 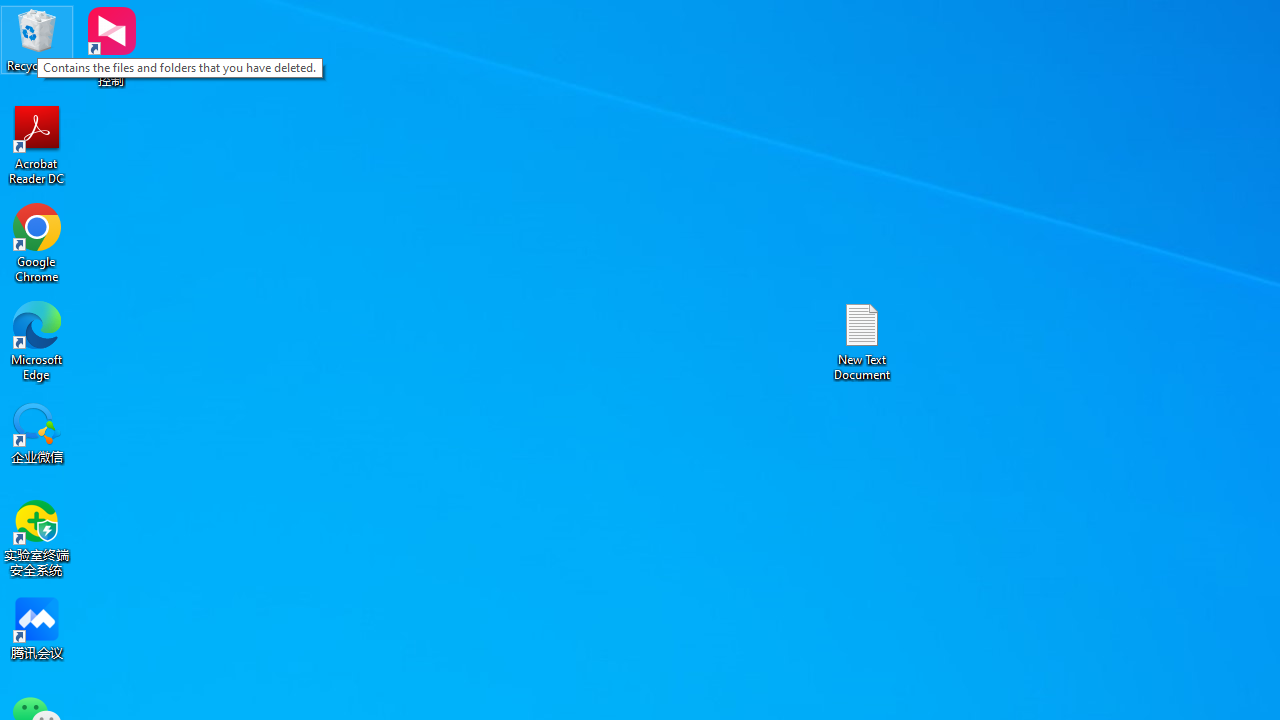 What do you see at coordinates (37, 144) in the screenshot?
I see `'Acrobat Reader DC'` at bounding box center [37, 144].